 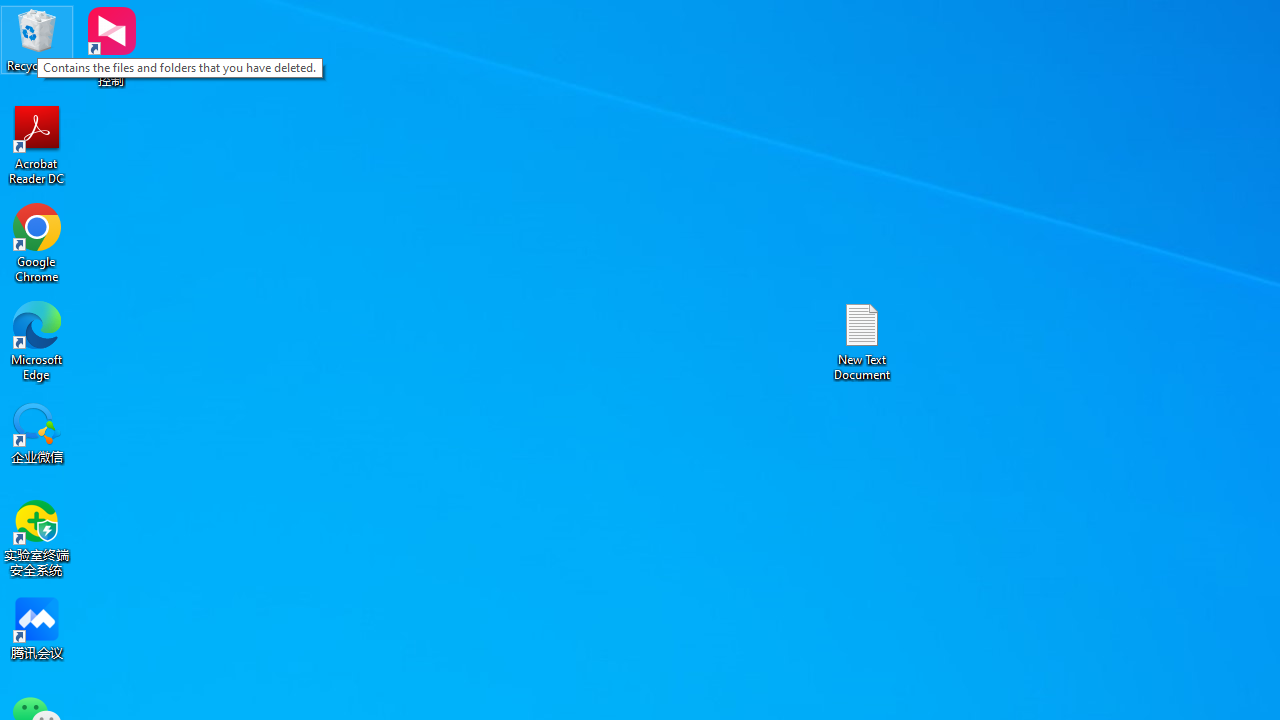 What do you see at coordinates (37, 144) in the screenshot?
I see `'Acrobat Reader DC'` at bounding box center [37, 144].